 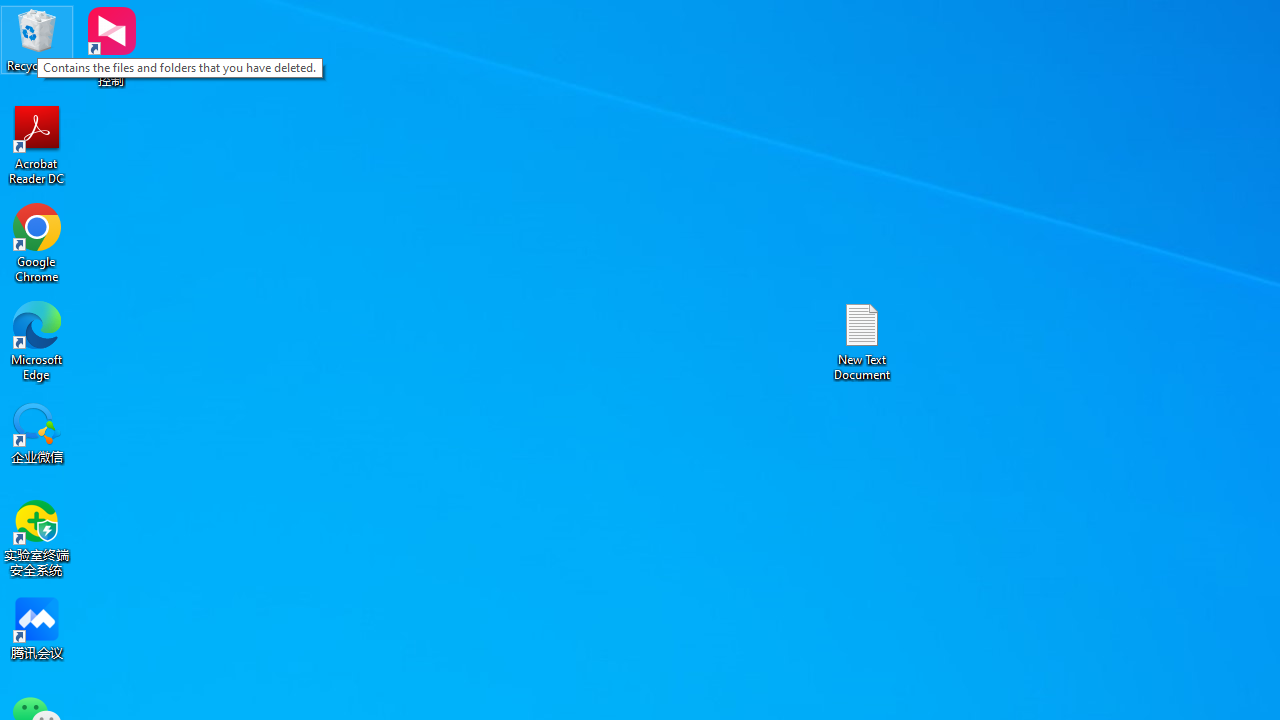 What do you see at coordinates (37, 144) in the screenshot?
I see `'Acrobat Reader DC'` at bounding box center [37, 144].